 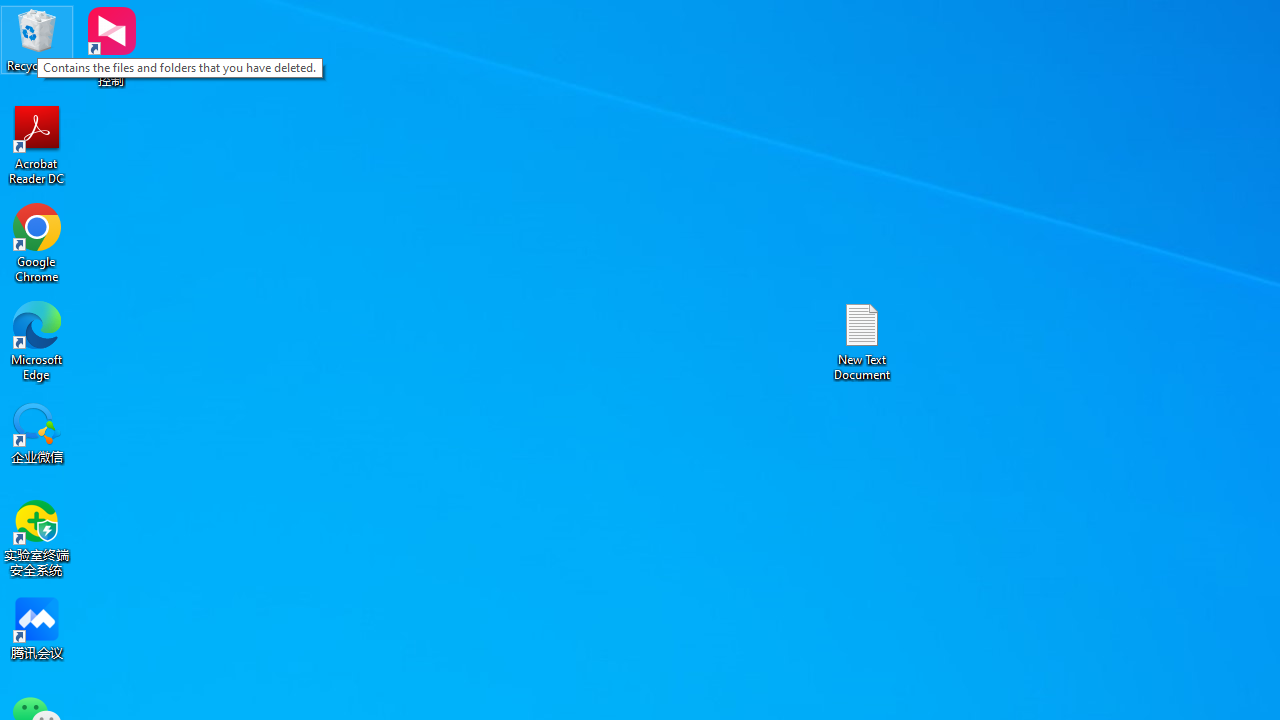 What do you see at coordinates (37, 144) in the screenshot?
I see `'Acrobat Reader DC'` at bounding box center [37, 144].